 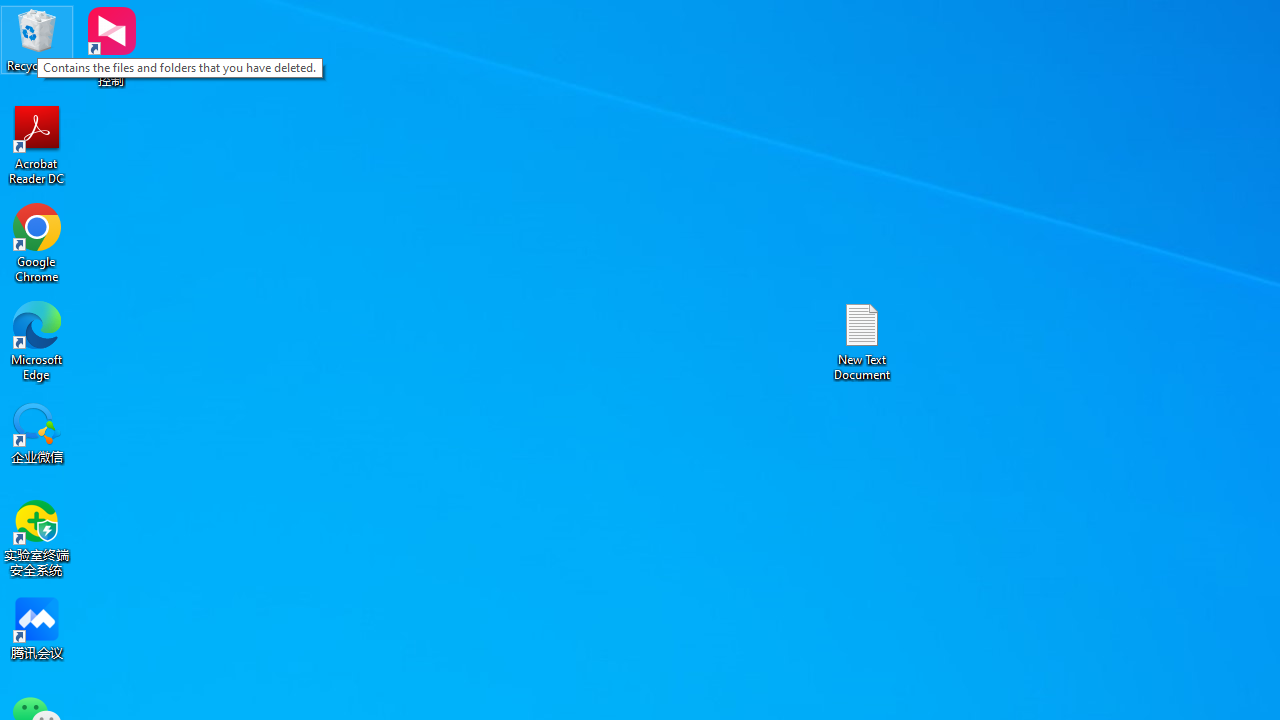 What do you see at coordinates (37, 144) in the screenshot?
I see `'Acrobat Reader DC'` at bounding box center [37, 144].